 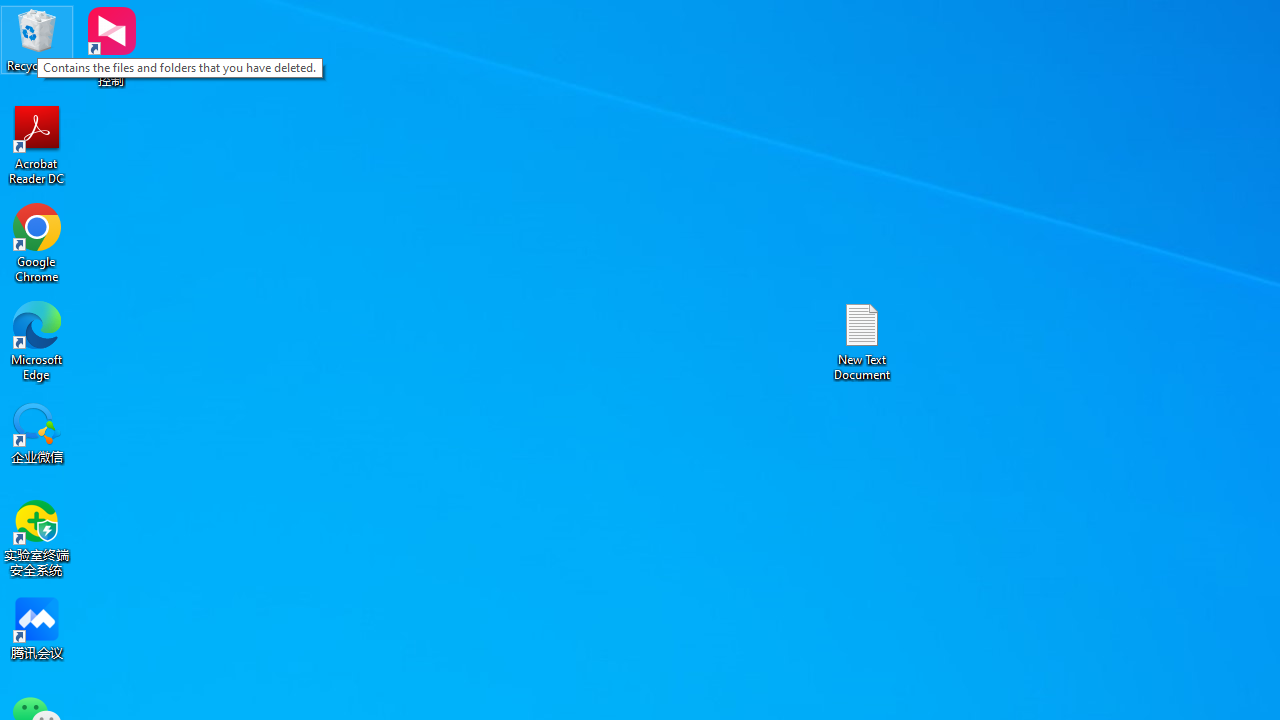 What do you see at coordinates (37, 144) in the screenshot?
I see `'Acrobat Reader DC'` at bounding box center [37, 144].